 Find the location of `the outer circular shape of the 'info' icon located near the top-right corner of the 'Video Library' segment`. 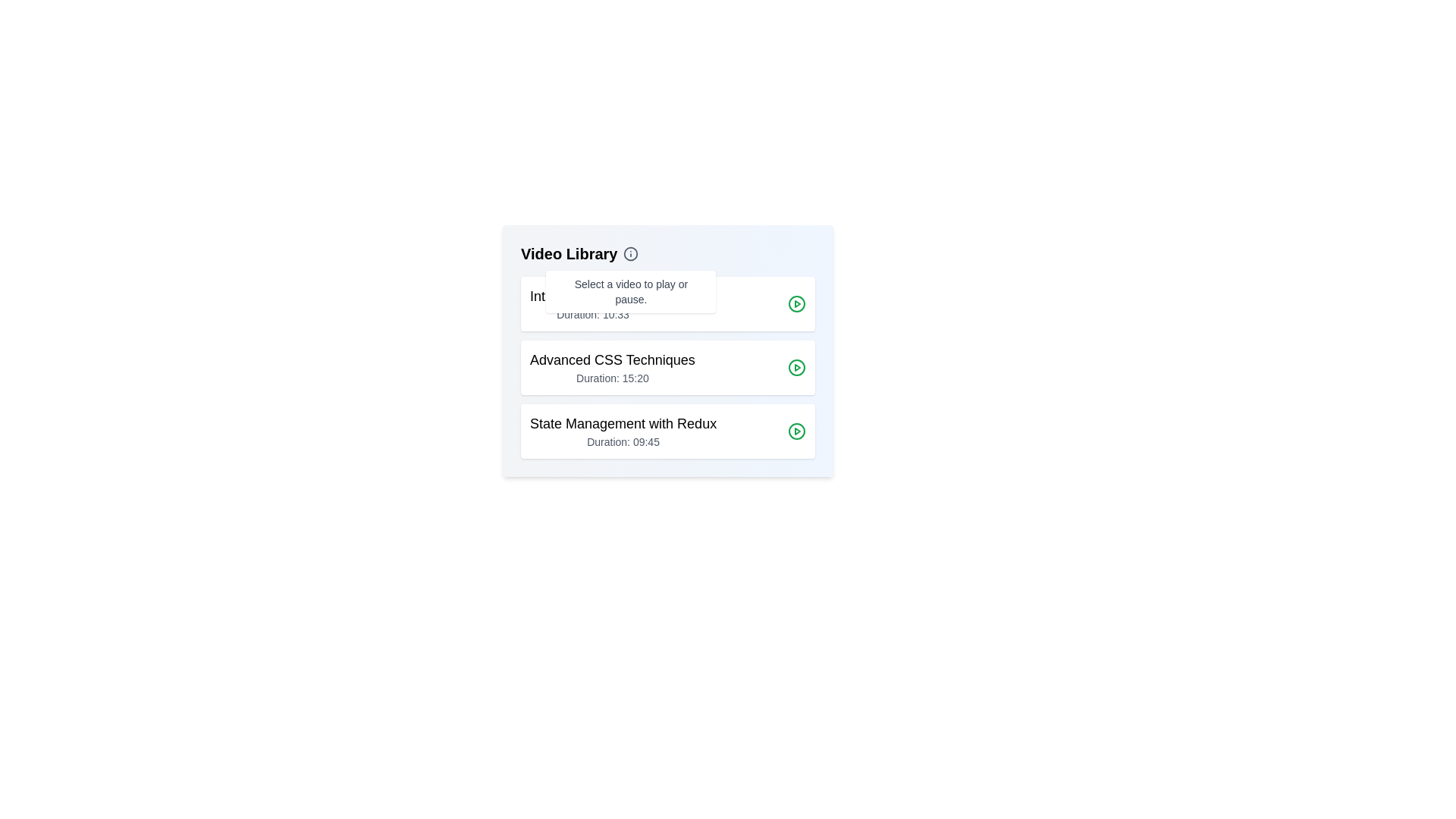

the outer circular shape of the 'info' icon located near the top-right corner of the 'Video Library' segment is located at coordinates (631, 253).